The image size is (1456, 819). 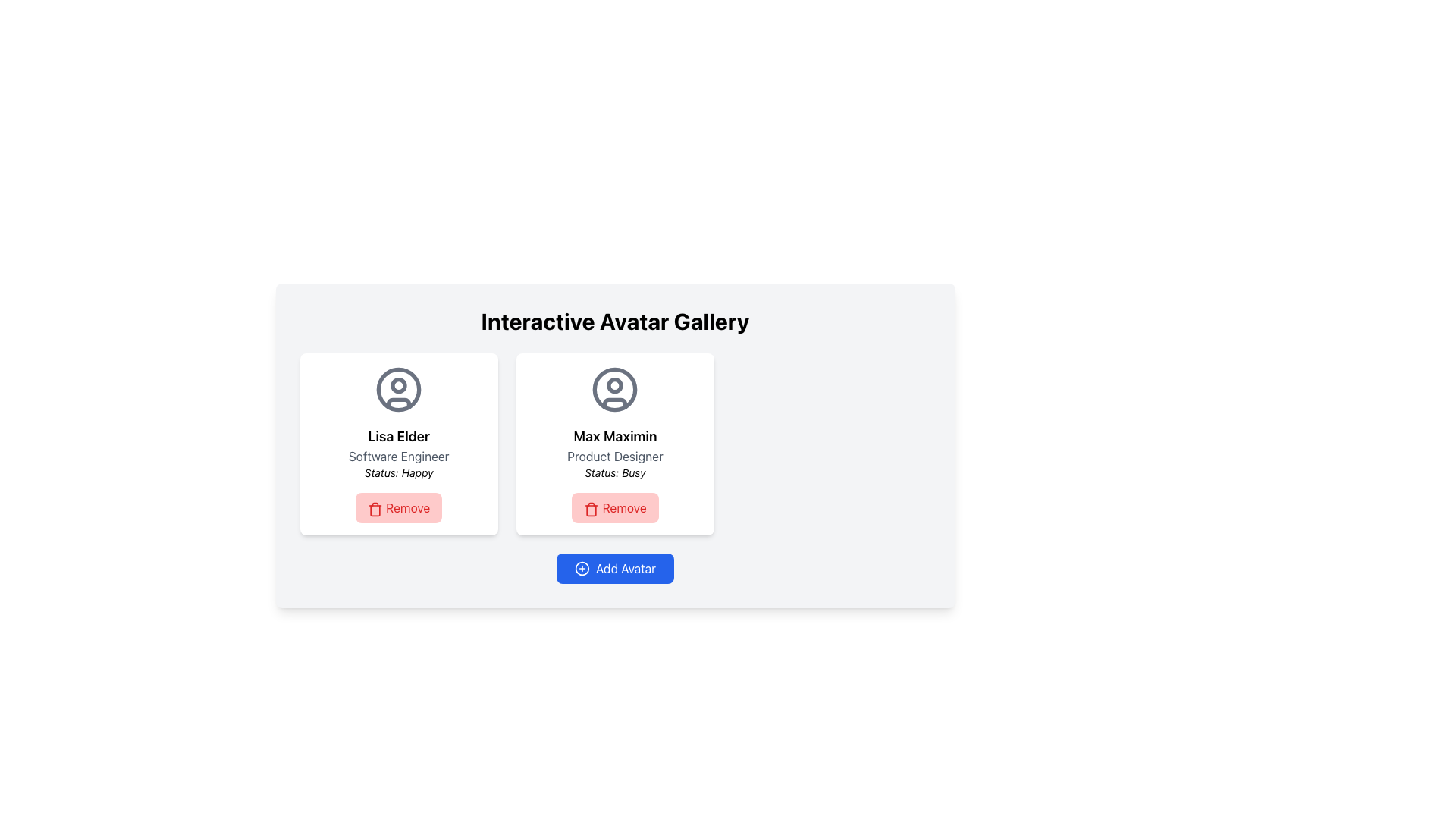 I want to click on static text label displaying the name 'Lisa Elder' located at the top center of the associated card, so click(x=399, y=436).